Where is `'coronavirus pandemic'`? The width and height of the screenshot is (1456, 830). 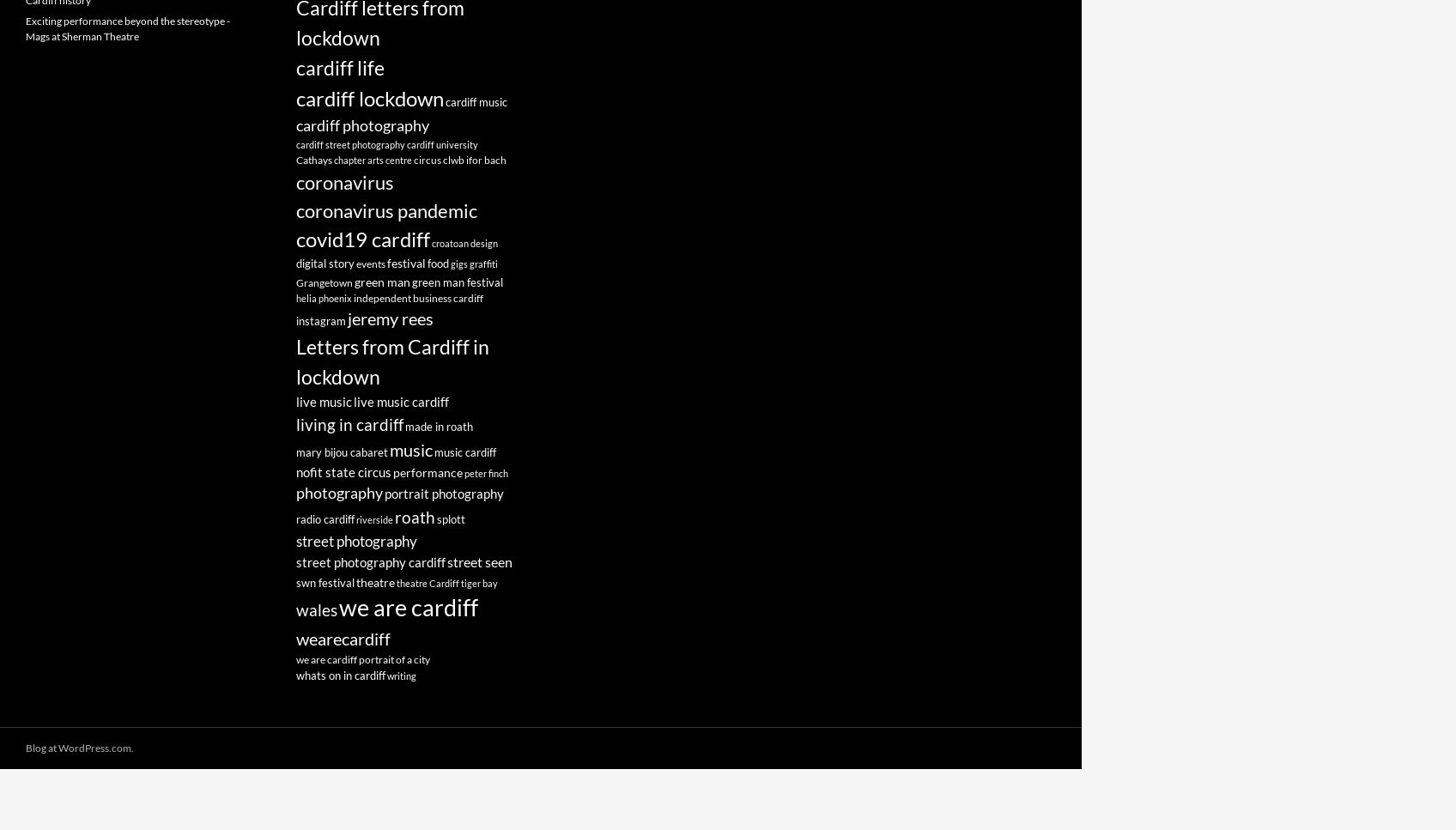
'coronavirus pandemic' is located at coordinates (295, 210).